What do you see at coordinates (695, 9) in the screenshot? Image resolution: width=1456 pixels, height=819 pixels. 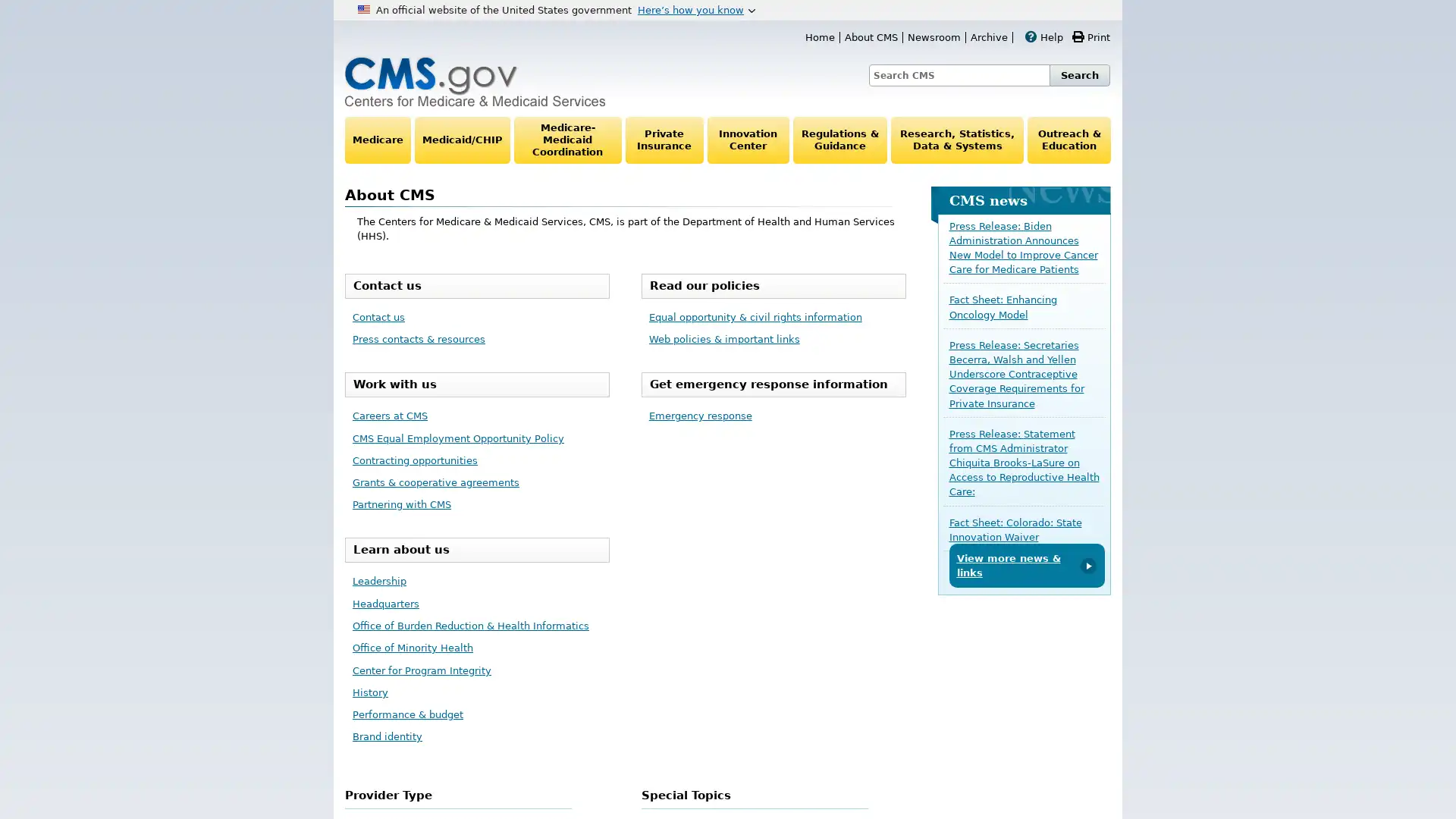 I see `Heres how you know` at bounding box center [695, 9].